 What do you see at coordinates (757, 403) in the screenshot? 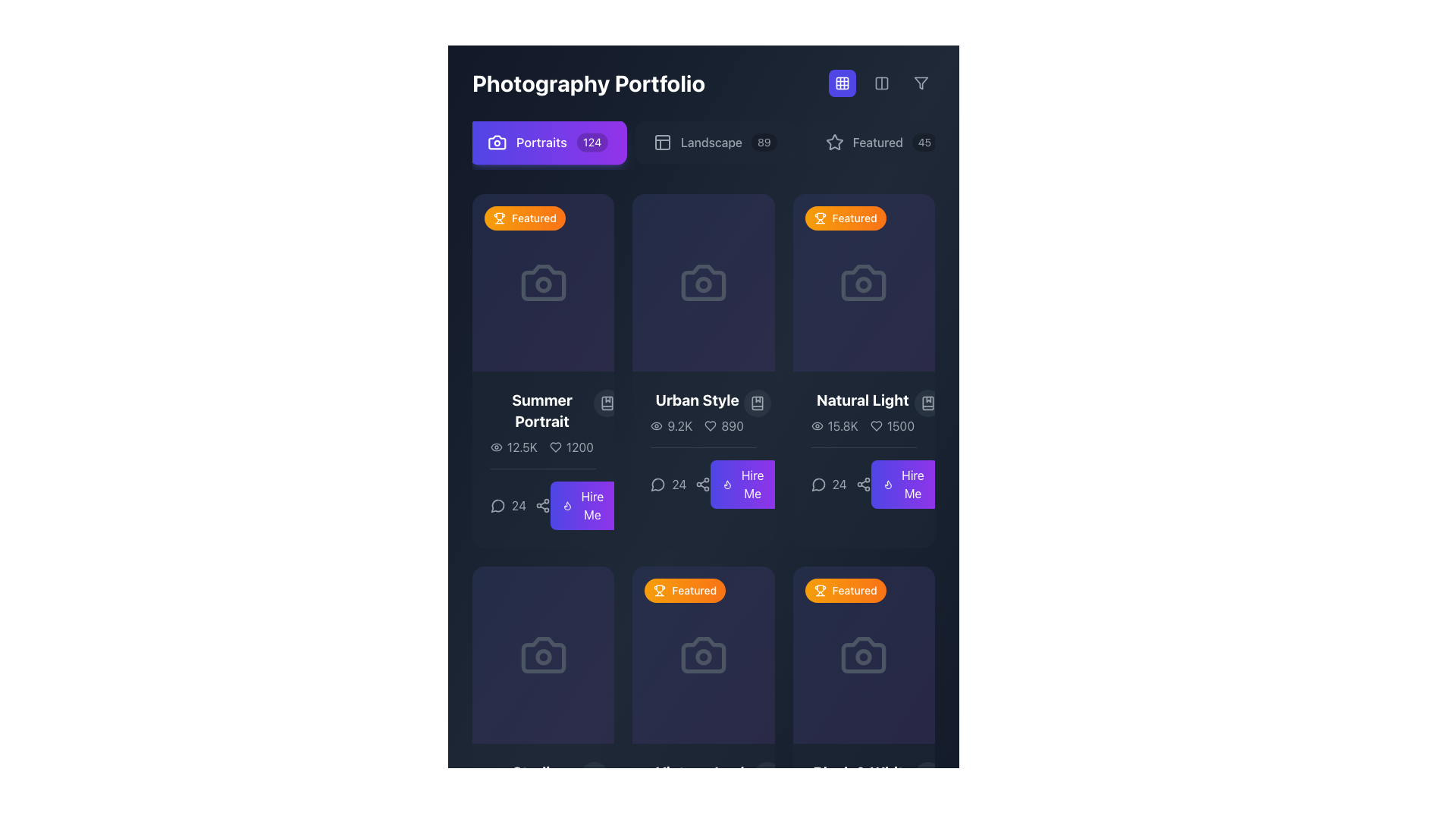
I see `the bookmark-style icon located at the top-right corner of the 'Urban Style' card, adjacent to the '9.2K views' statistic` at bounding box center [757, 403].